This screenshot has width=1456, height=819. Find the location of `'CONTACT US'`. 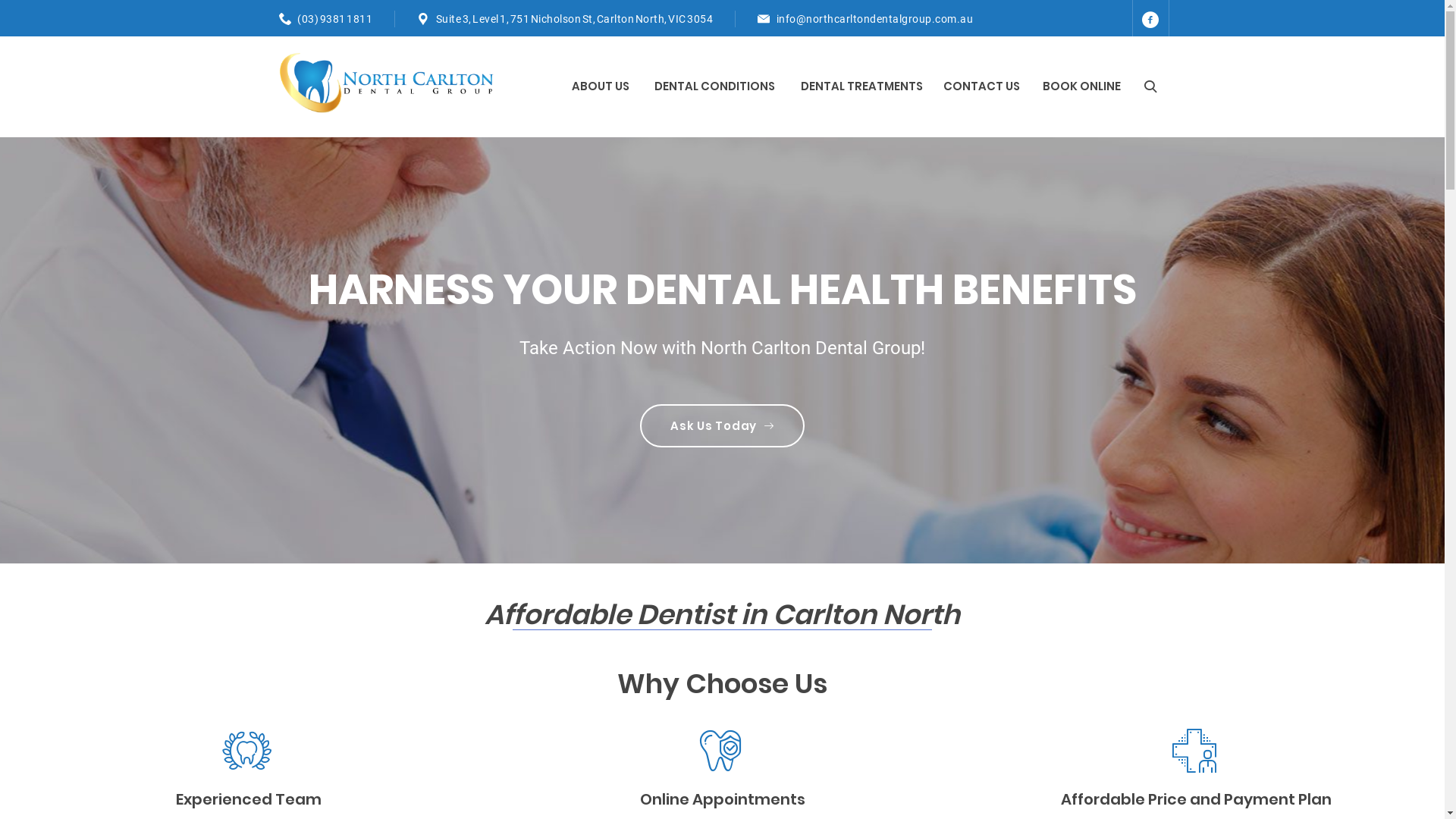

'CONTACT US' is located at coordinates (981, 86).